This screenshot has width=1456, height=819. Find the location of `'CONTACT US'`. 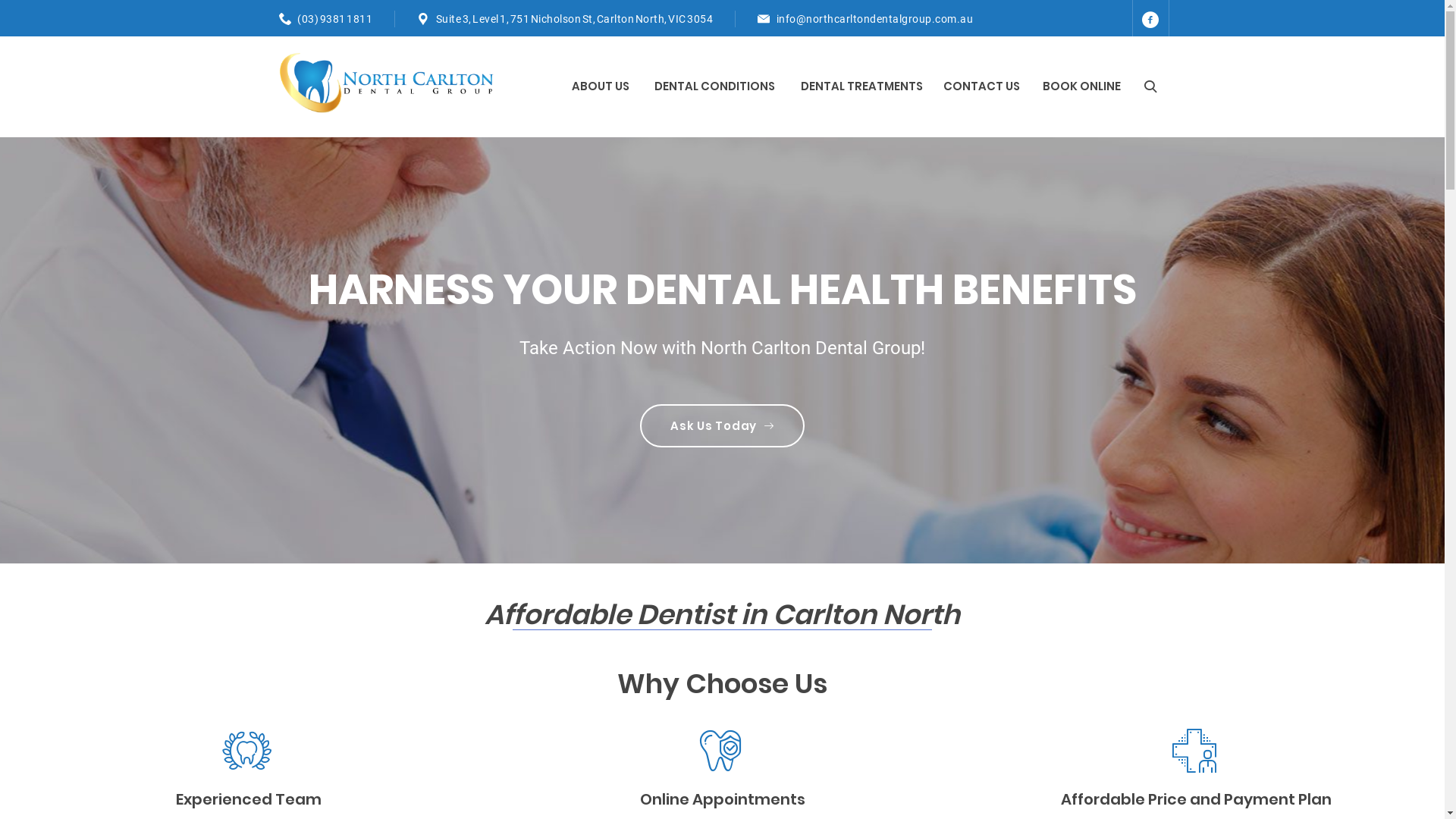

'CONTACT US' is located at coordinates (981, 86).